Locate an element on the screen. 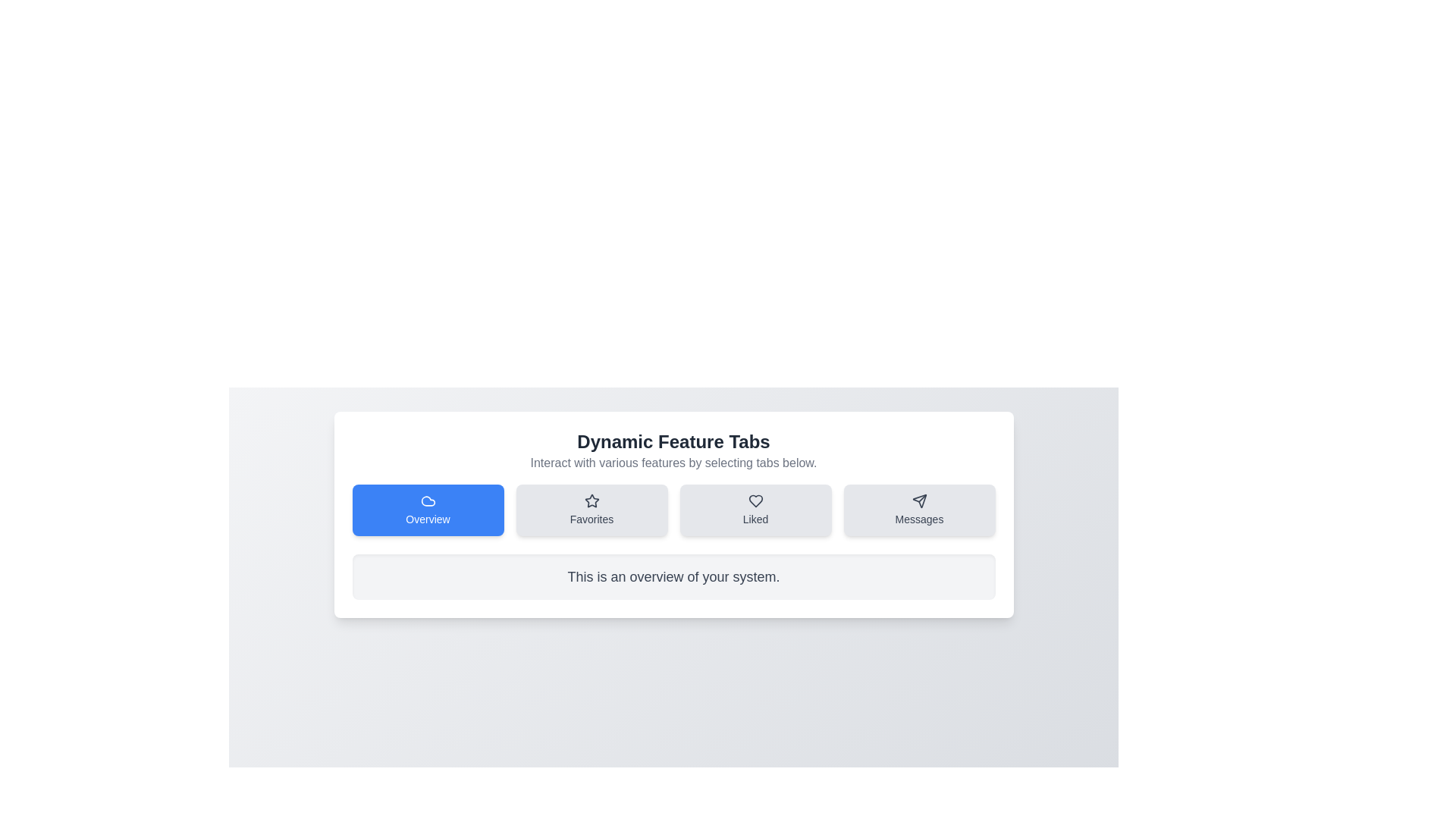 The height and width of the screenshot is (819, 1456). the 'Favorites' text label that is styled with a smaller font size and located beneath the star icon within the 'Favorites' tab is located at coordinates (591, 519).